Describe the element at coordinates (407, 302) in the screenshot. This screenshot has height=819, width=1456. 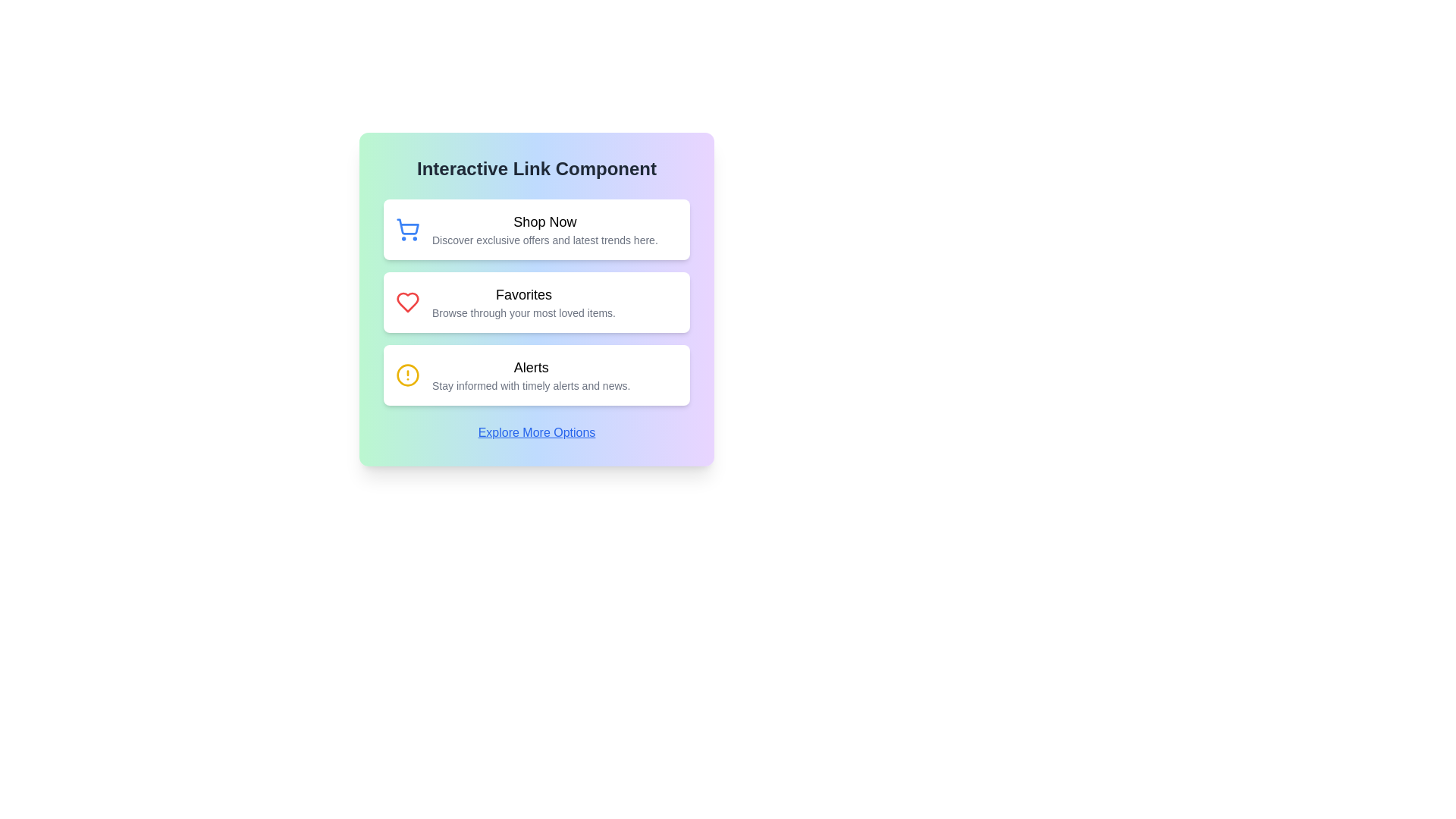
I see `the heart-shaped icon in the 'Favorites' section, which is bright red and has a modern stroke-style design` at that location.